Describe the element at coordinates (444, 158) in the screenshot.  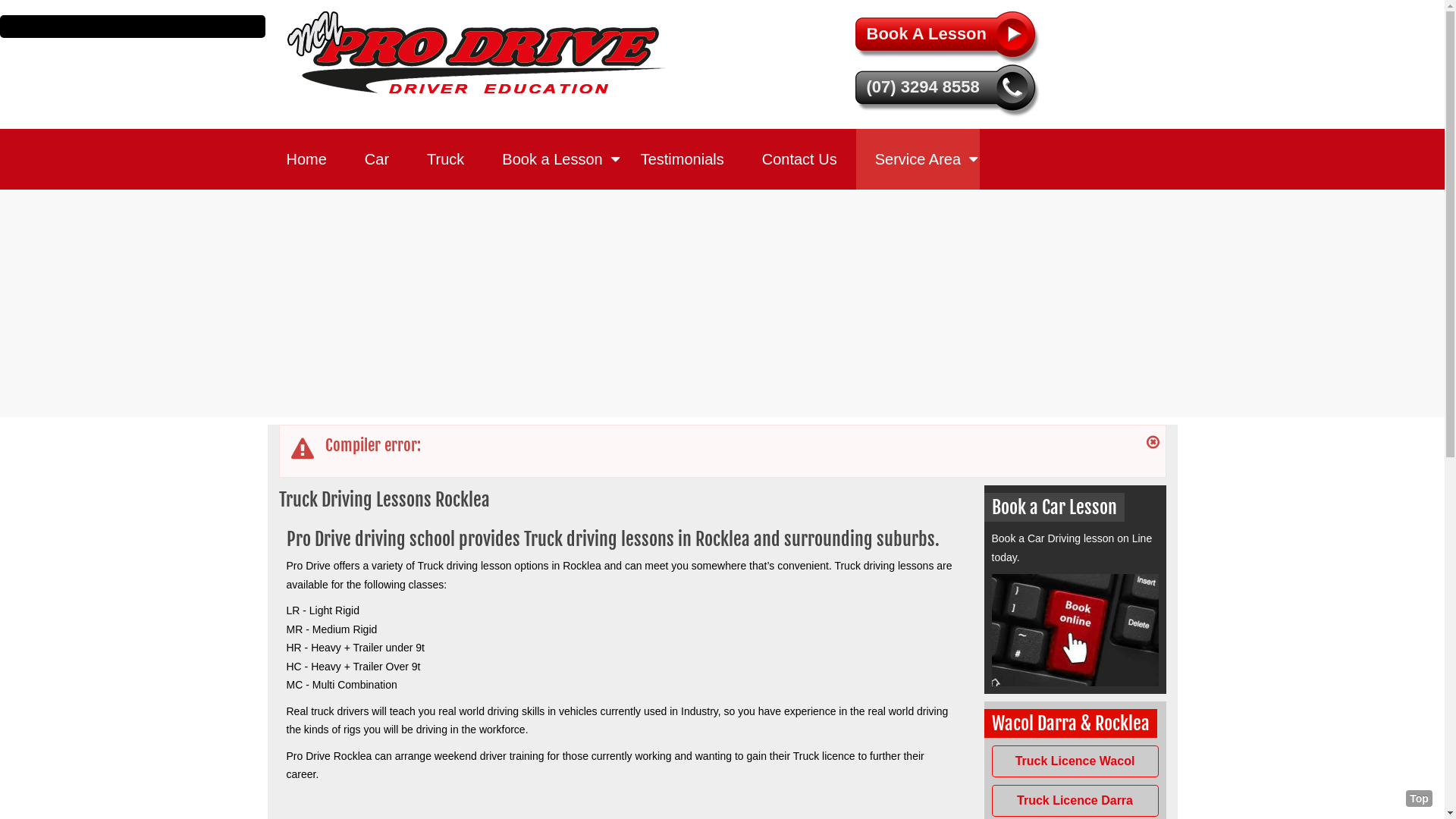
I see `'Truck'` at that location.